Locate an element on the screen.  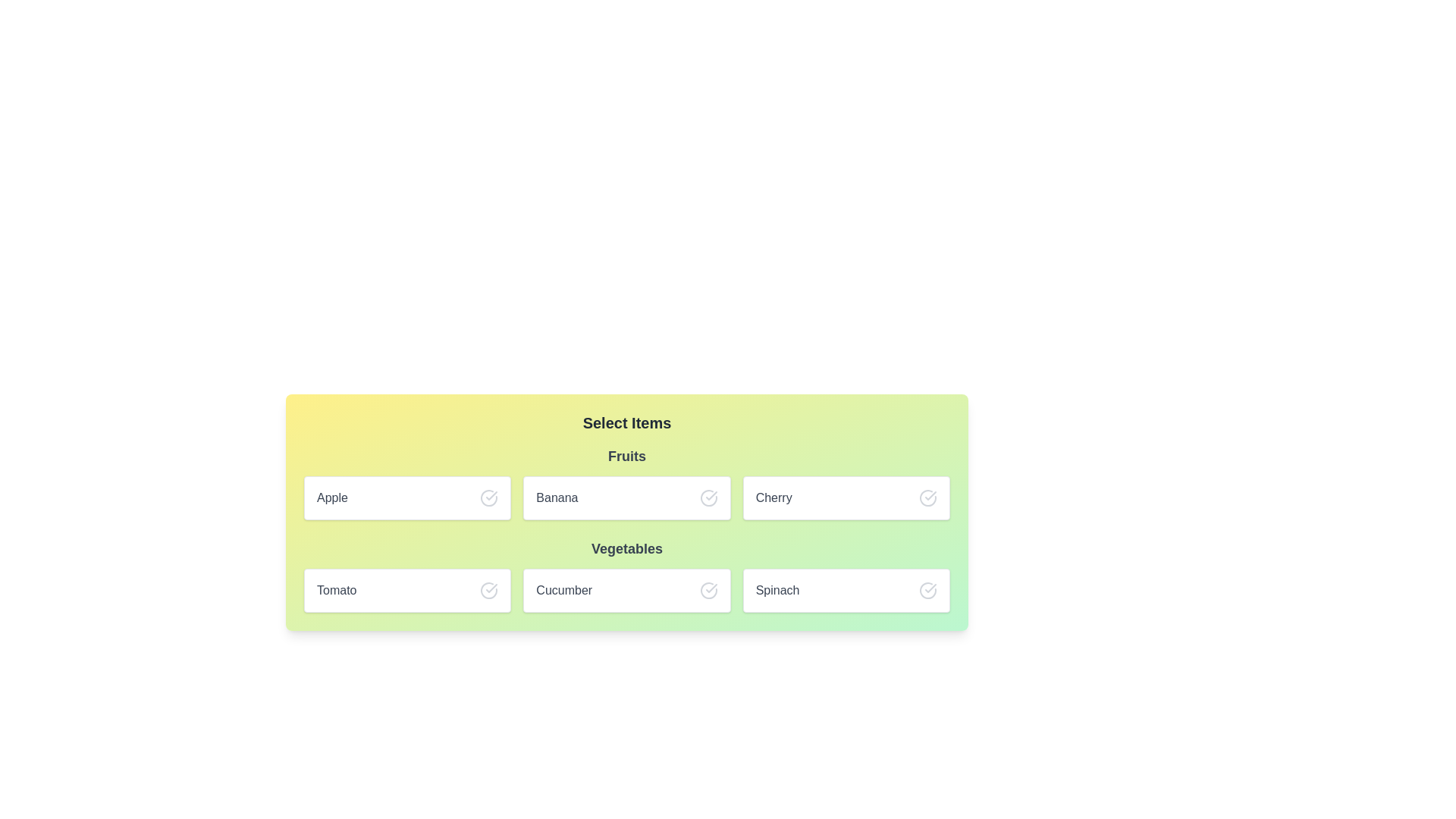
the small green checkmark icon associated with the 'Tomato' selection option in the 'Vegetables' category is located at coordinates (491, 587).